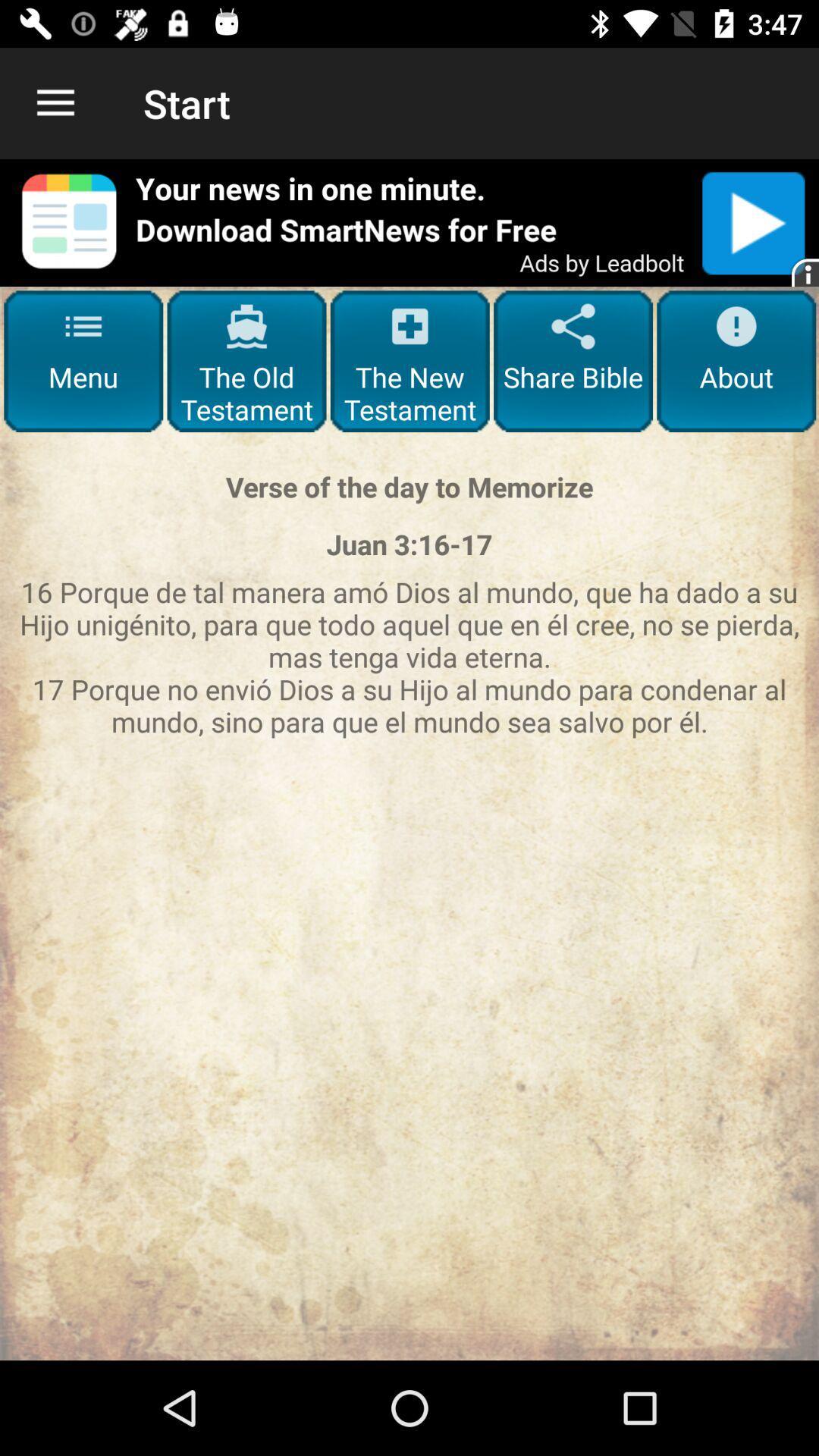  Describe the element at coordinates (736, 360) in the screenshot. I see `about` at that location.